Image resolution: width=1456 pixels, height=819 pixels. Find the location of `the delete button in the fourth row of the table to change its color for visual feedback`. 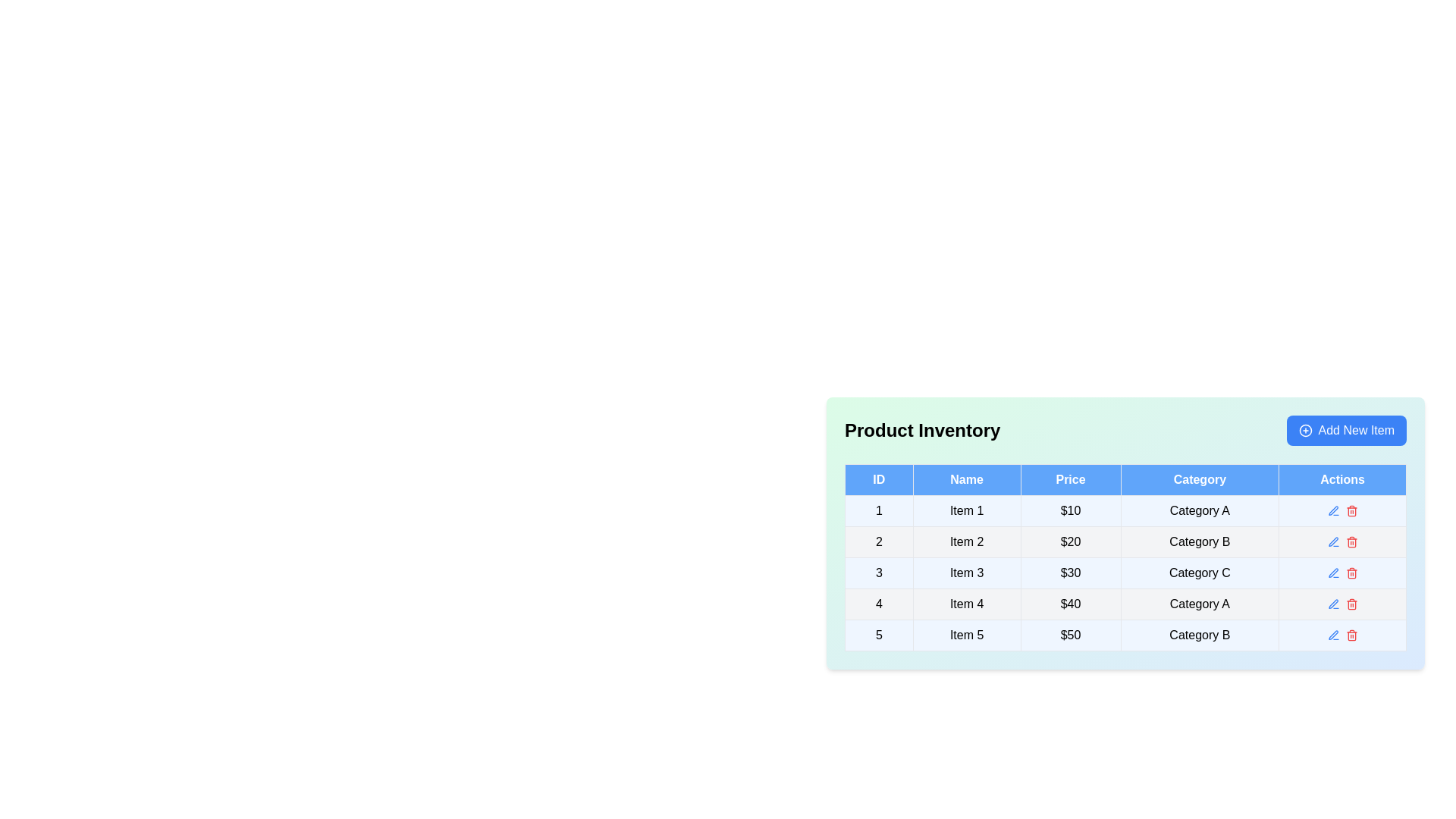

the delete button in the fourth row of the table to change its color for visual feedback is located at coordinates (1351, 604).